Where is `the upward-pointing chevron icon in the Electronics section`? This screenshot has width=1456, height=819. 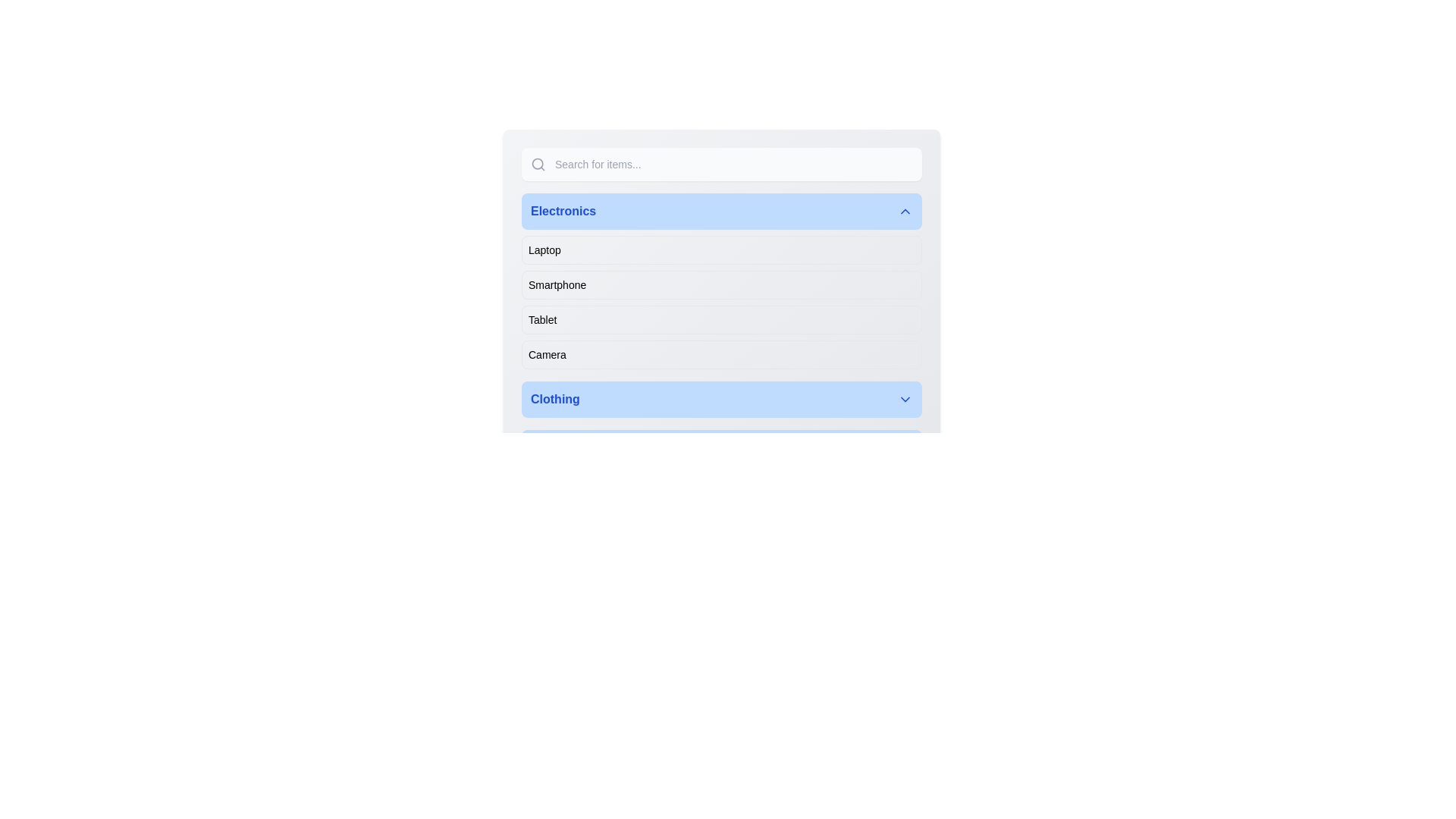 the upward-pointing chevron icon in the Electronics section is located at coordinates (905, 211).